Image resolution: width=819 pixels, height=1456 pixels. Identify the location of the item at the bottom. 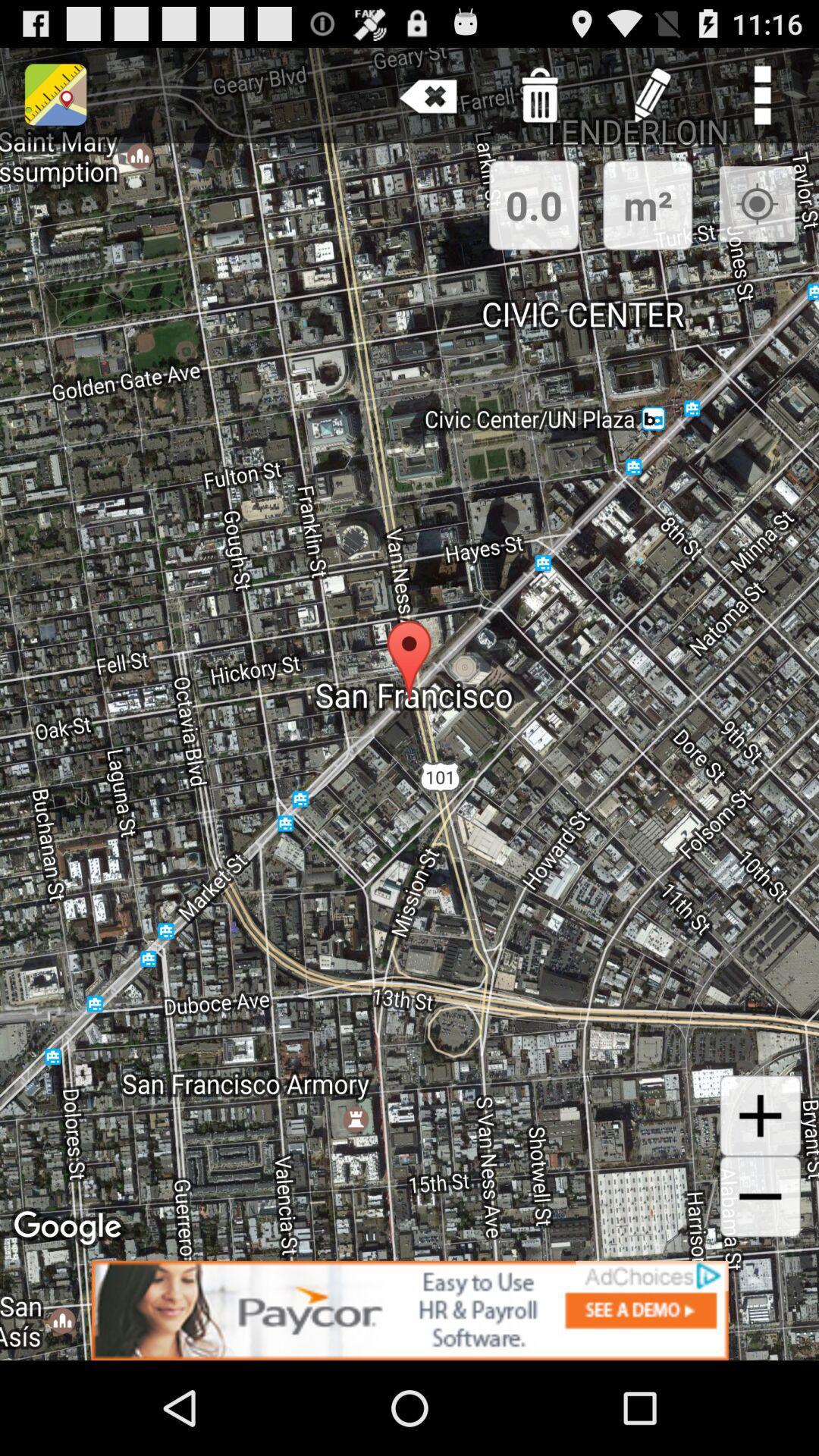
(409, 1310).